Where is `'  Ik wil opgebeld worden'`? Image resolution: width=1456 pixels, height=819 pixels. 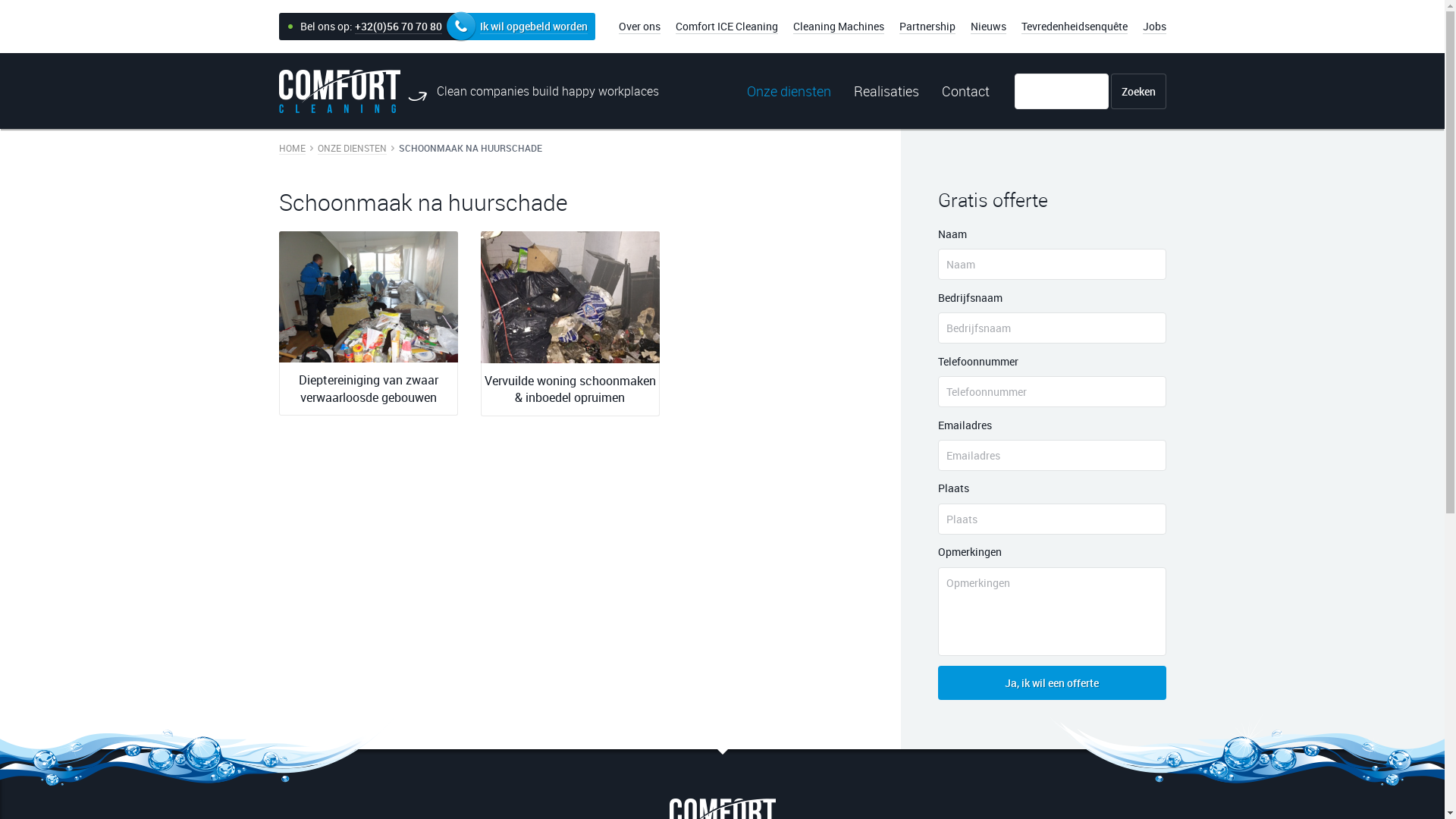
'  Ik wil opgebeld worden' is located at coordinates (460, 27).